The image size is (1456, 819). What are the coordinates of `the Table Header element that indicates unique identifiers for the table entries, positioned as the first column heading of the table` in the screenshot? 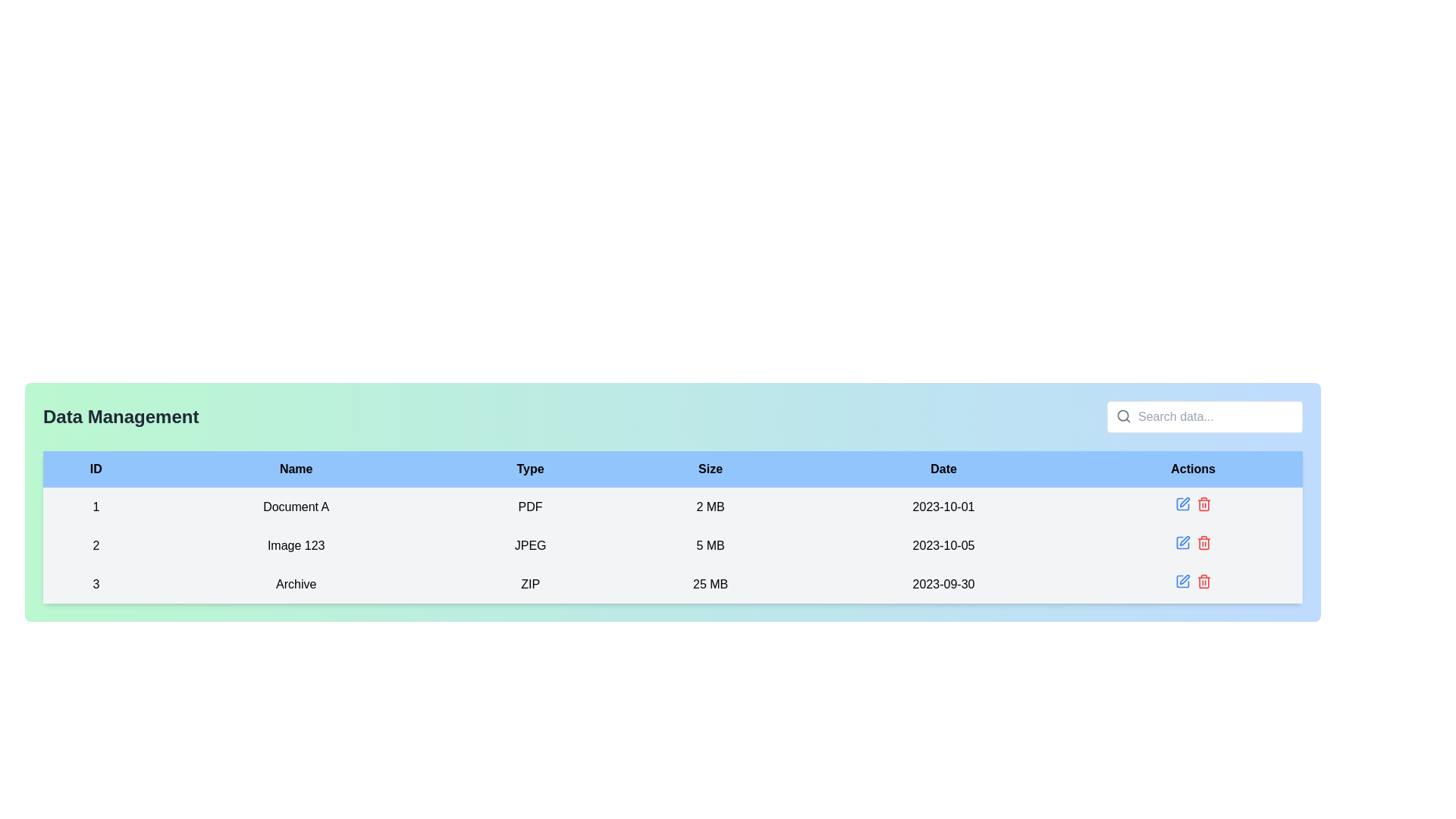 It's located at (95, 468).